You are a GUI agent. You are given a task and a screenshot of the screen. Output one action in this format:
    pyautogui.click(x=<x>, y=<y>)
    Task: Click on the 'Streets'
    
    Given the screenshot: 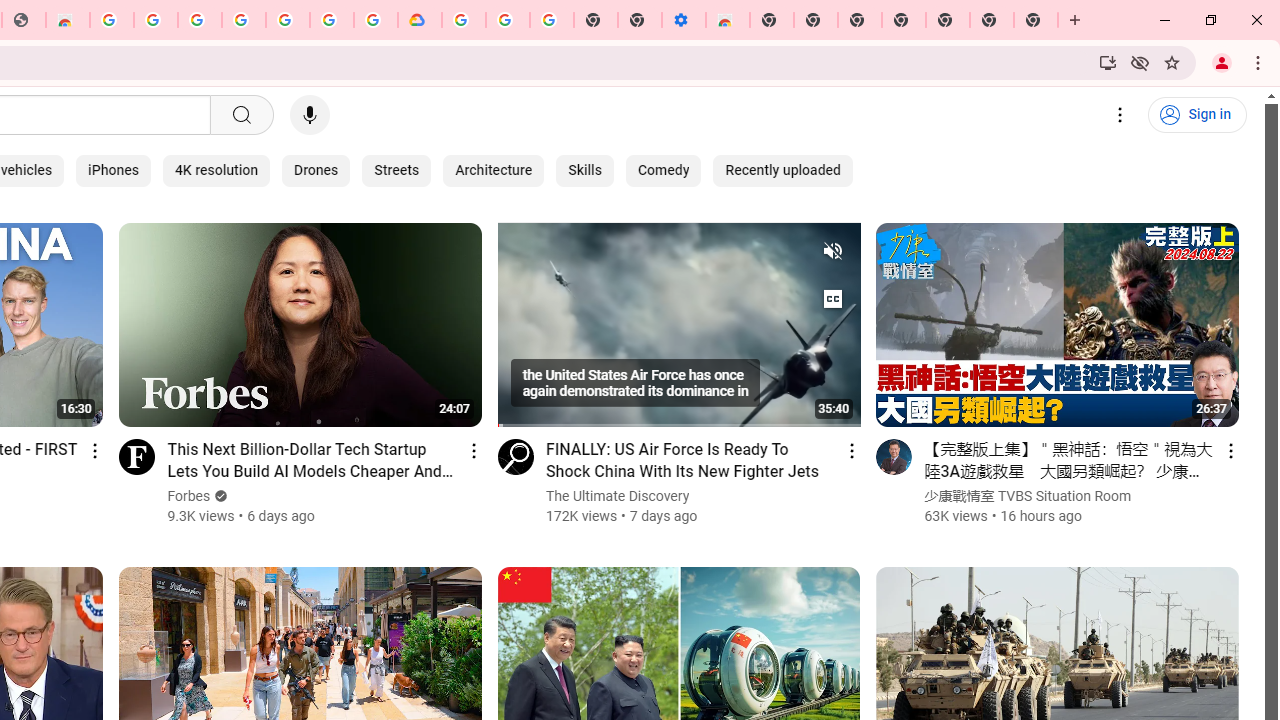 What is the action you would take?
    pyautogui.click(x=397, y=170)
    